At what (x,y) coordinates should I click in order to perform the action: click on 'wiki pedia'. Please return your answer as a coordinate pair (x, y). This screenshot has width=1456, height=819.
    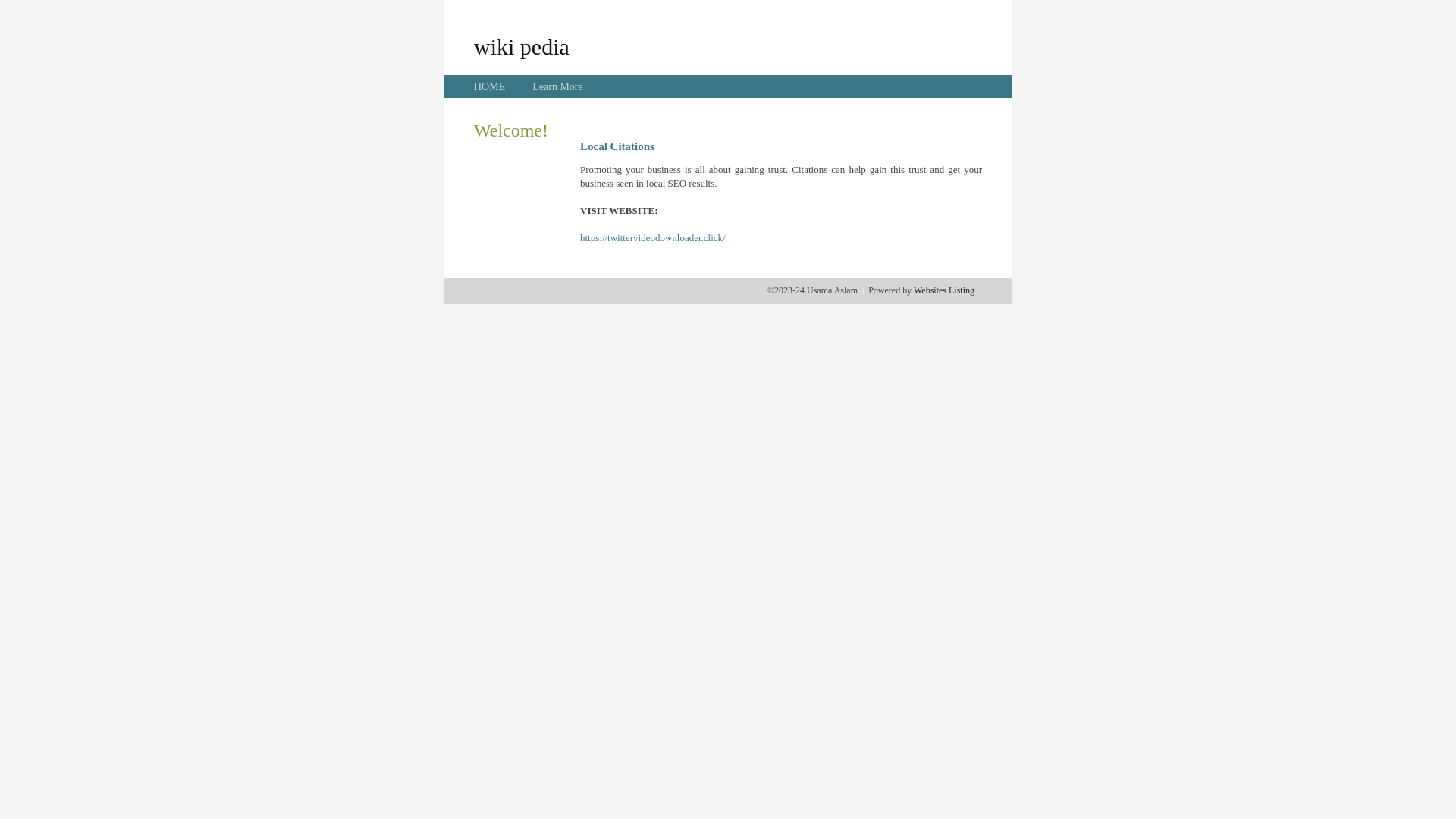
    Looking at the image, I should click on (521, 45).